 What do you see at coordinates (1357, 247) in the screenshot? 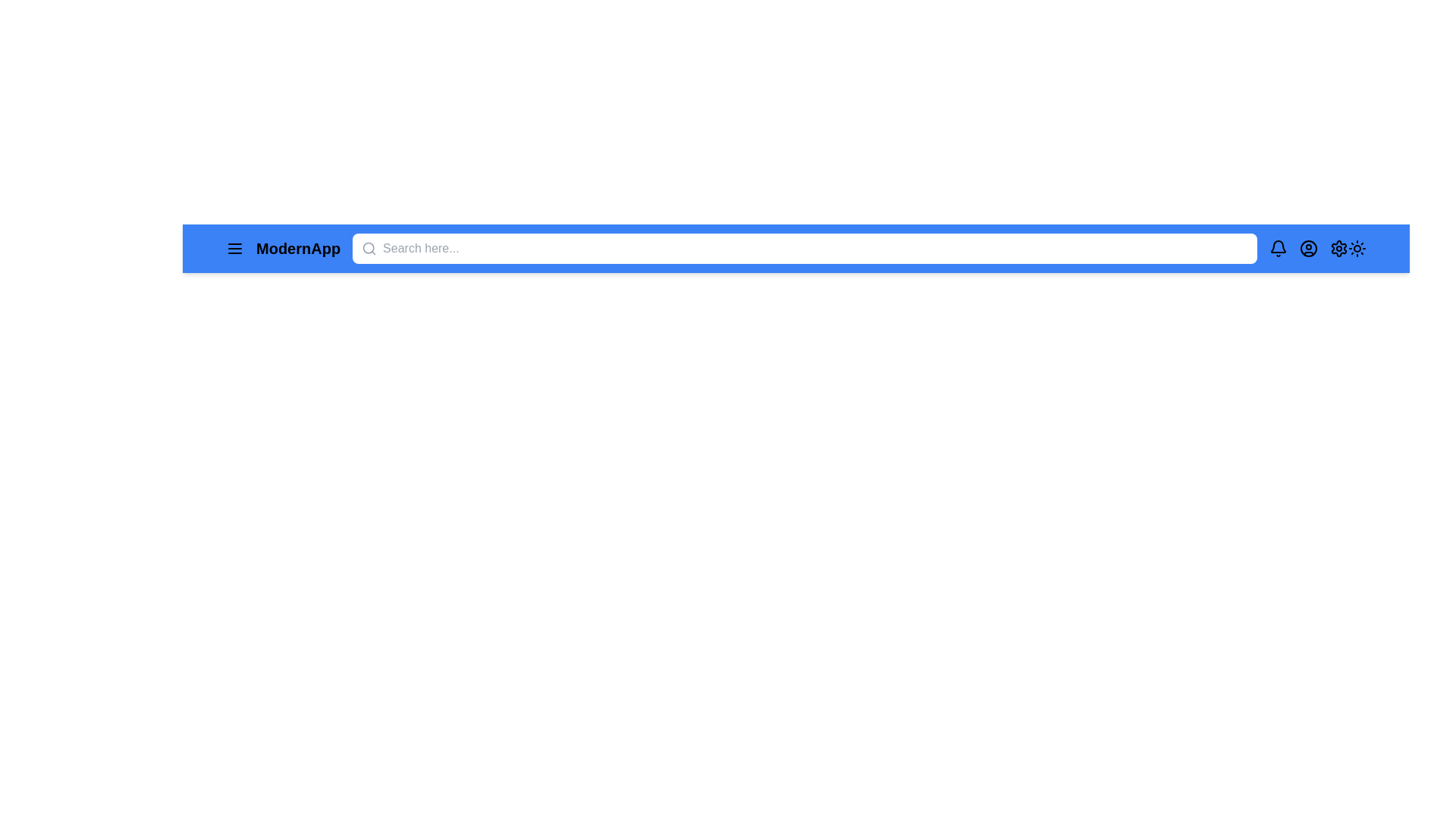
I see `the sun icon to toggle light/dark mode` at bounding box center [1357, 247].